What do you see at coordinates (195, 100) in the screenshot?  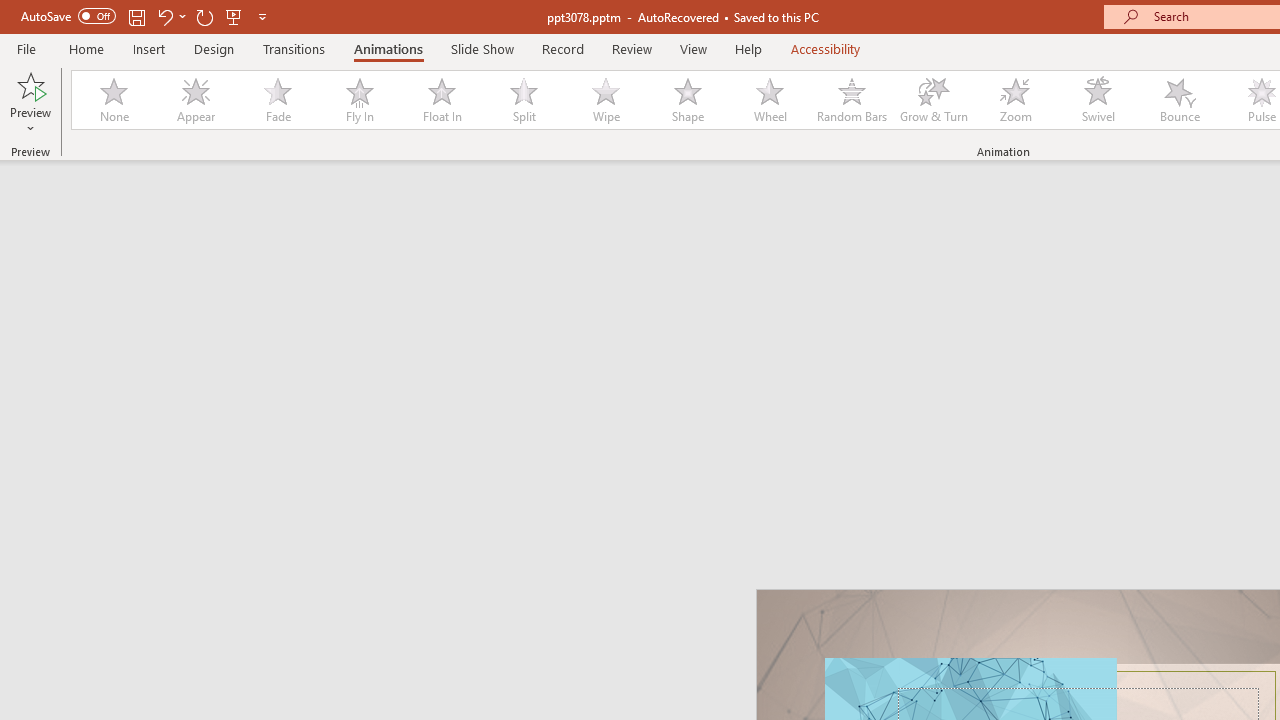 I see `'Appear'` at bounding box center [195, 100].